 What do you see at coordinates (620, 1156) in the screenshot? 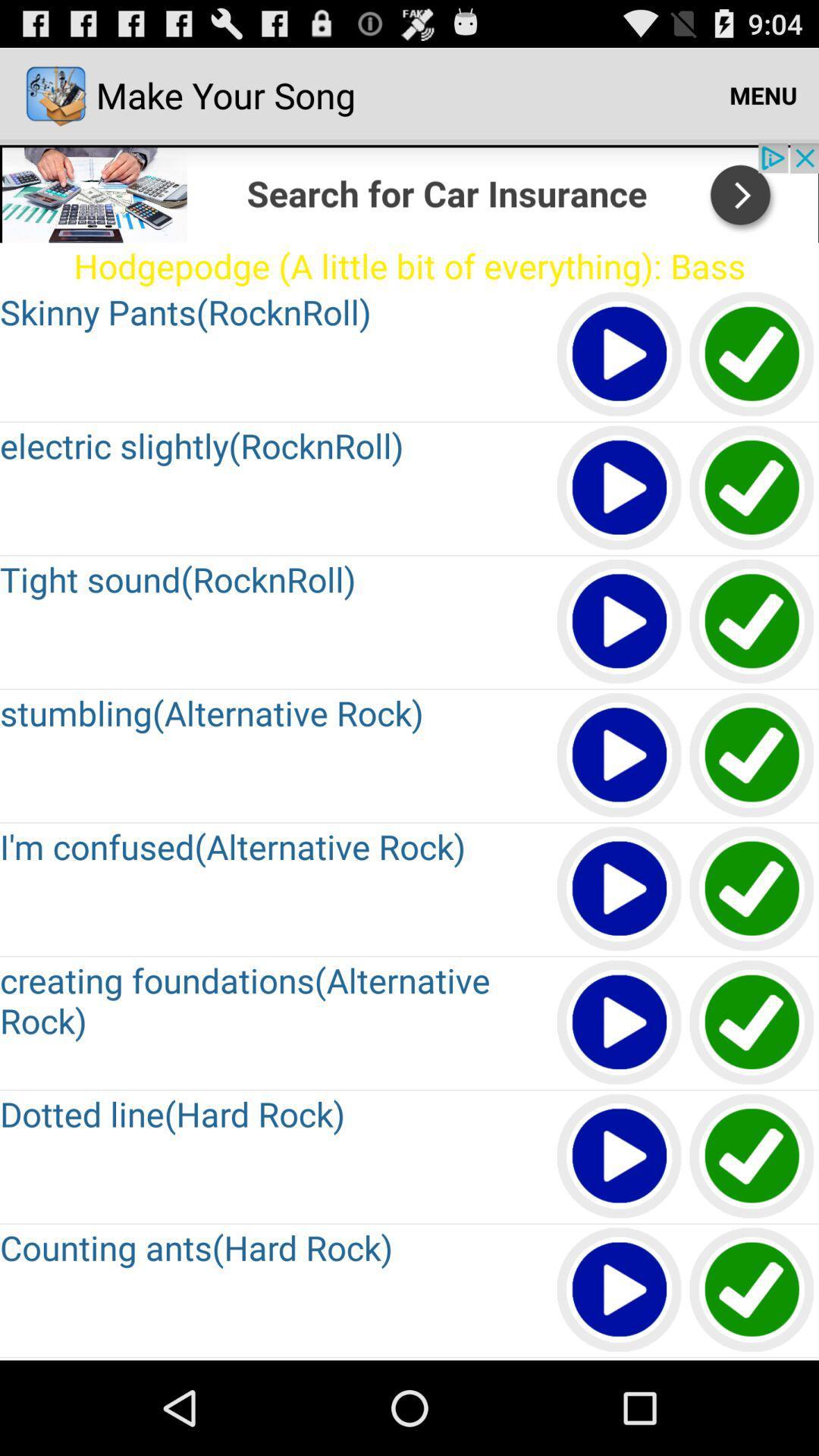
I see `click play option` at bounding box center [620, 1156].